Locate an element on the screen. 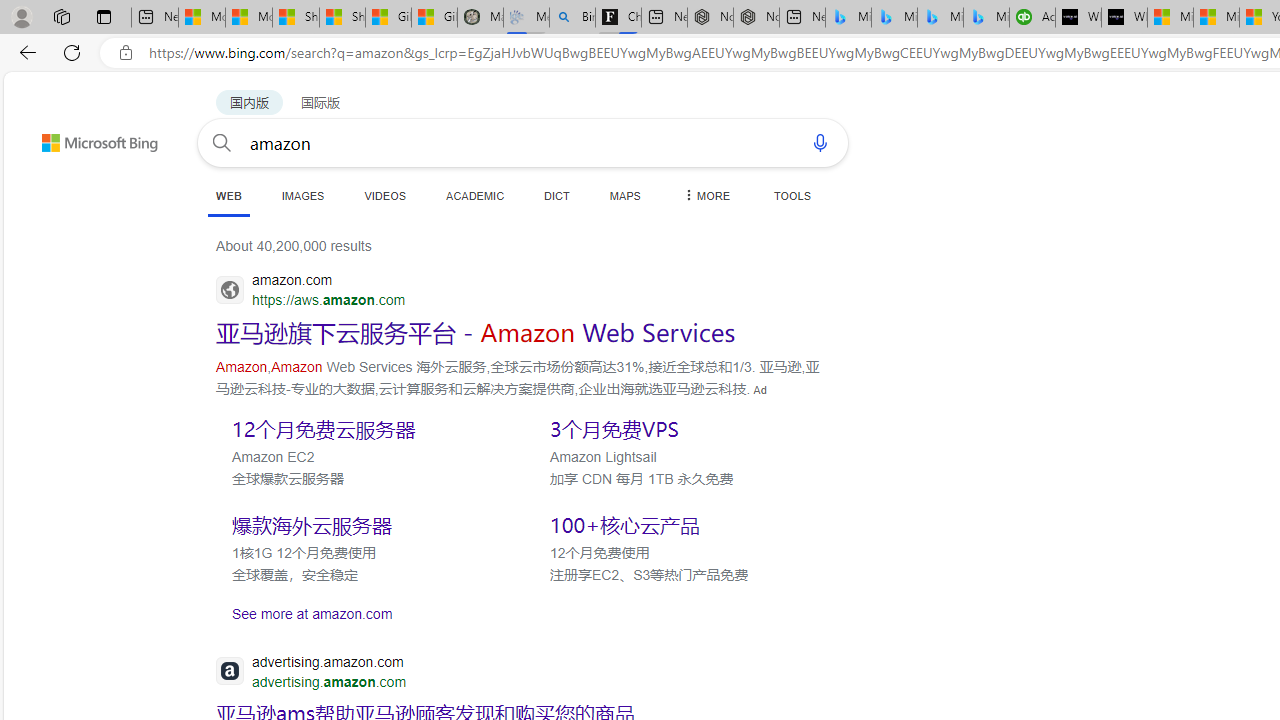 This screenshot has width=1280, height=720. 'Microsoft Bing Travel - Stays in Bangkok, Bangkok, Thailand' is located at coordinates (893, 17).